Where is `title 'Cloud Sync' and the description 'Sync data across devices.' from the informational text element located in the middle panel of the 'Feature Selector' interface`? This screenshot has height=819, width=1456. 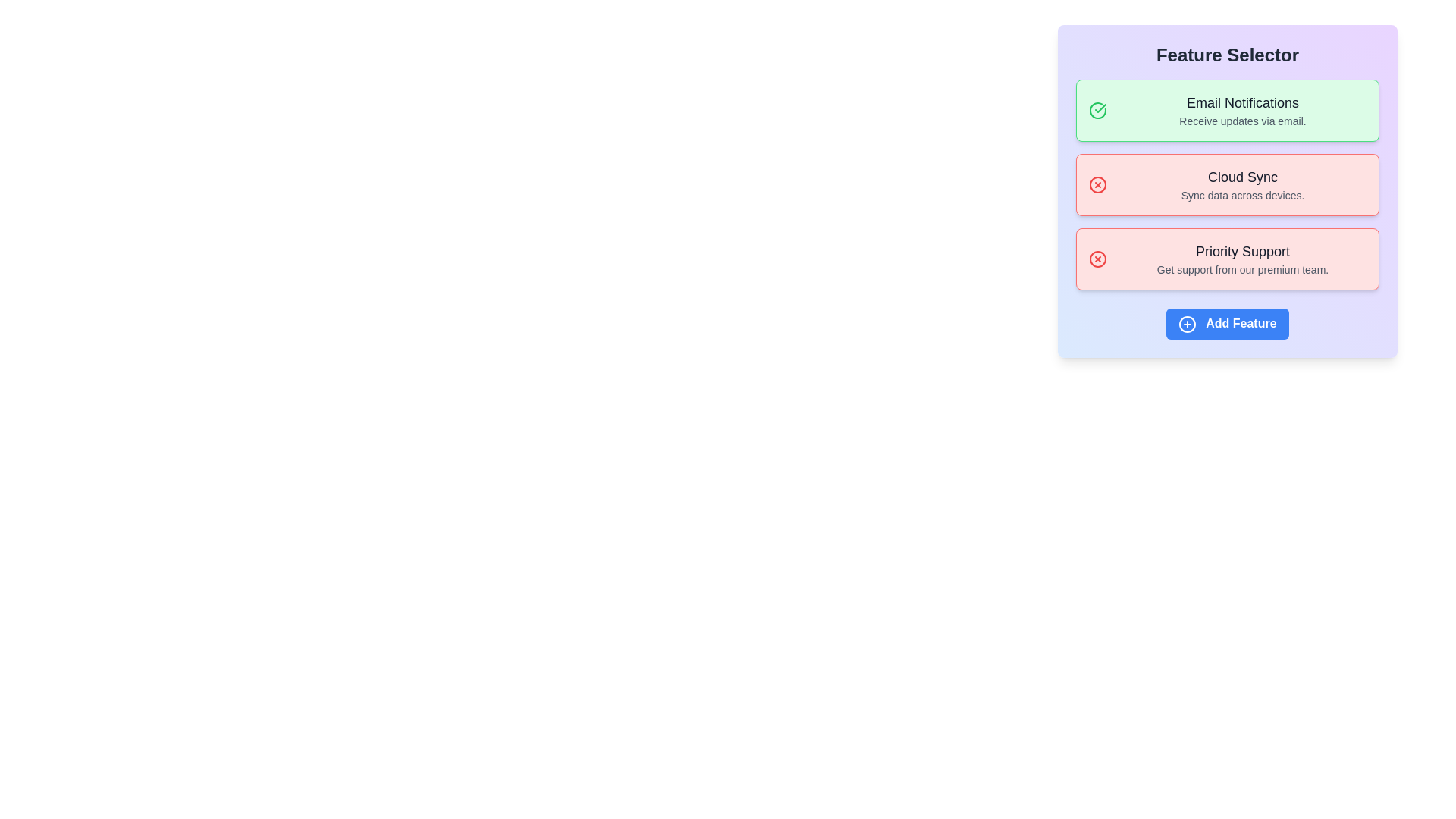
title 'Cloud Sync' and the description 'Sync data across devices.' from the informational text element located in the middle panel of the 'Feature Selector' interface is located at coordinates (1242, 184).